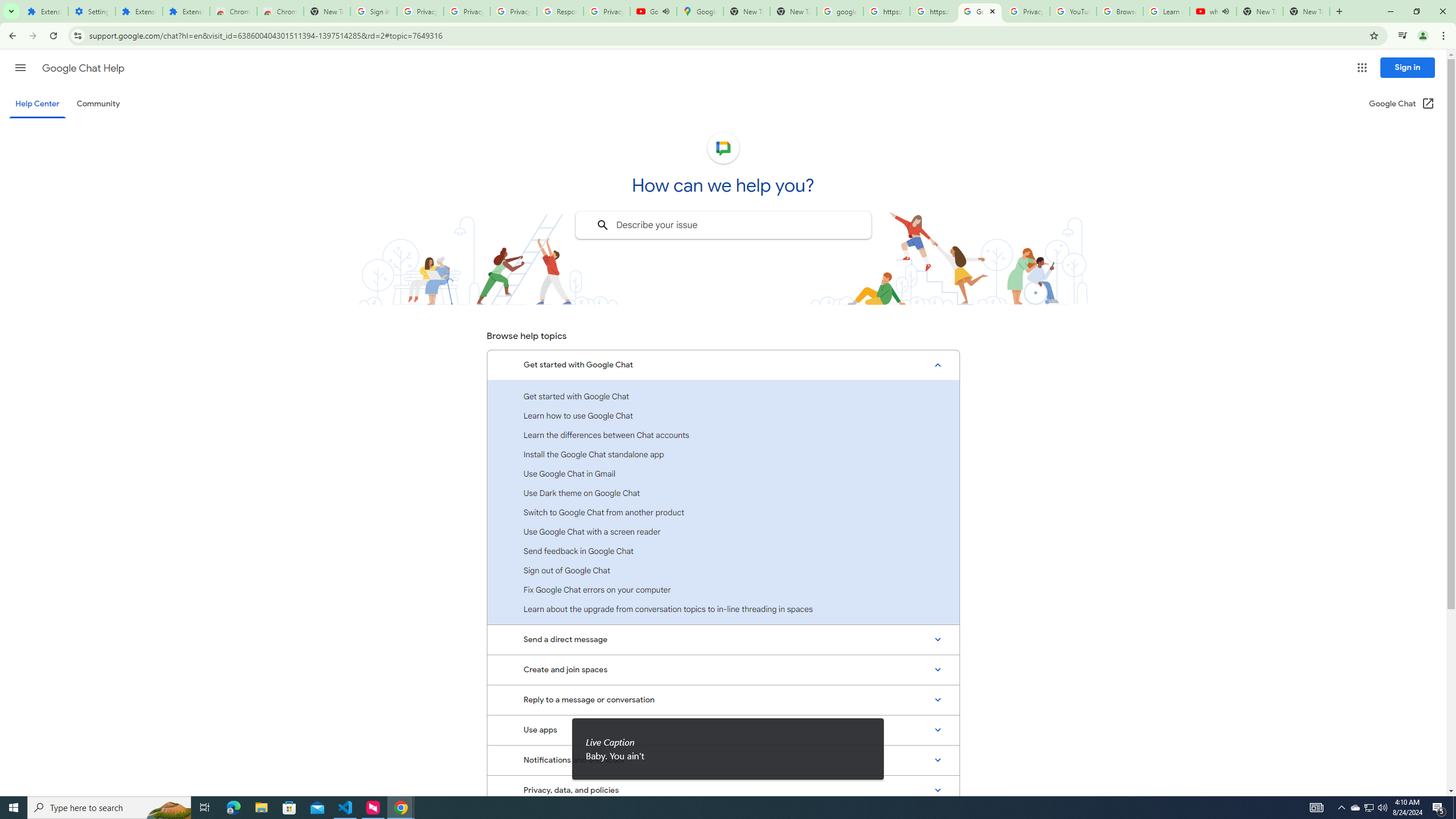 The height and width of the screenshot is (819, 1456). Describe the element at coordinates (723, 473) in the screenshot. I see `'Use Google Chat in Gmail'` at that location.